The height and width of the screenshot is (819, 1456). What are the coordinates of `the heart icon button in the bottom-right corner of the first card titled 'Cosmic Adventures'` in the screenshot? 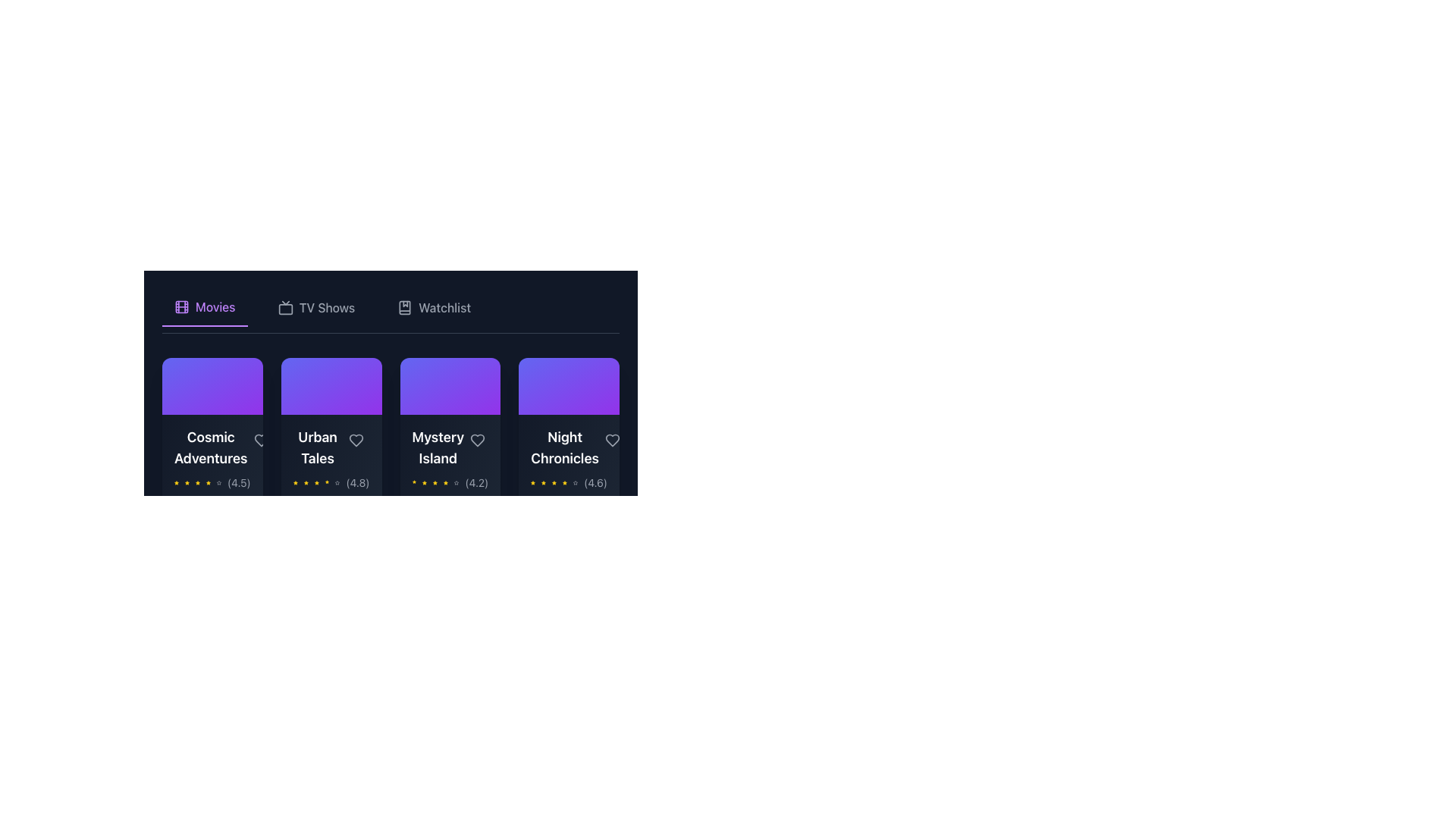 It's located at (261, 440).